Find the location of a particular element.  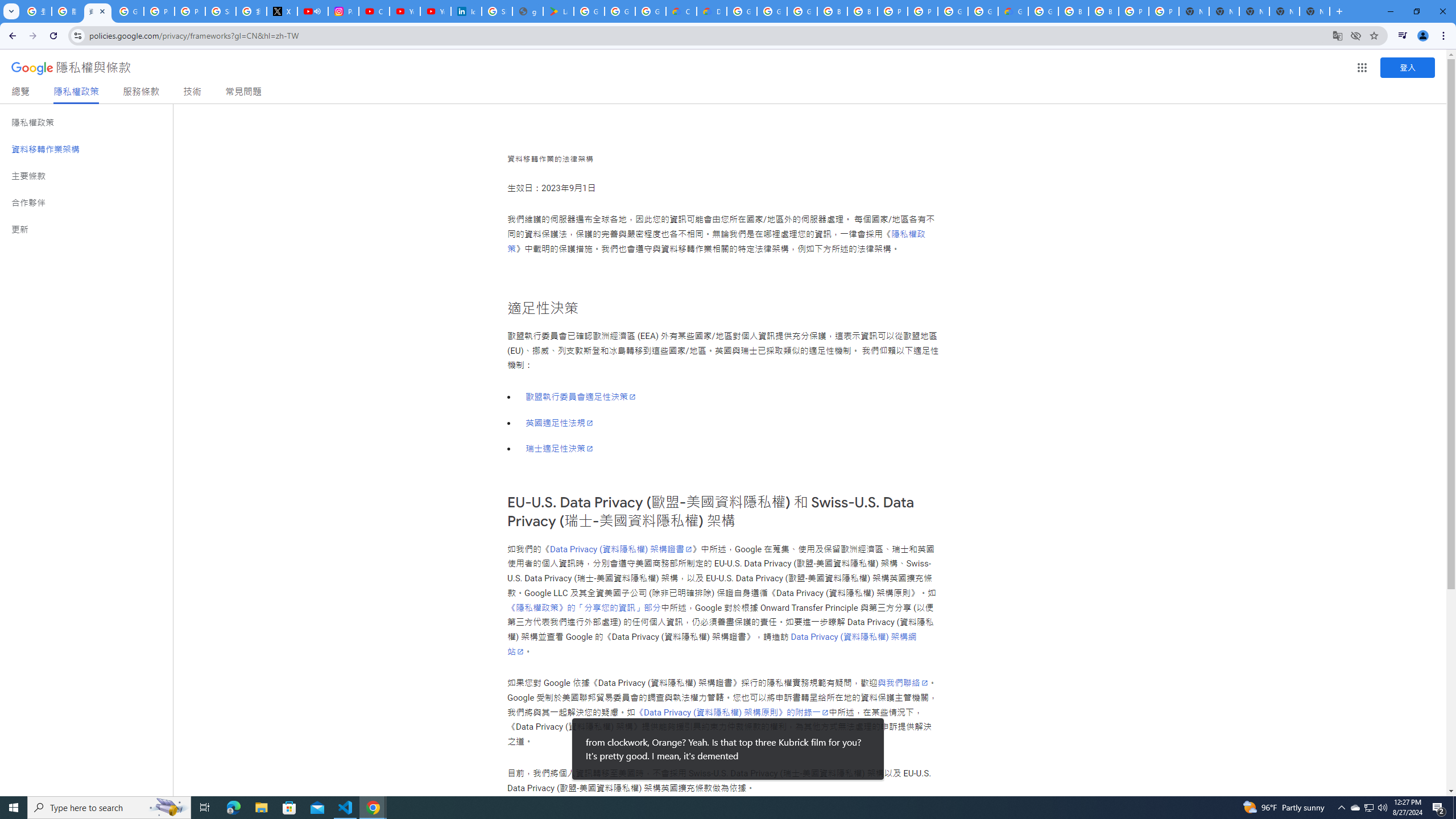

'X' is located at coordinates (282, 11).